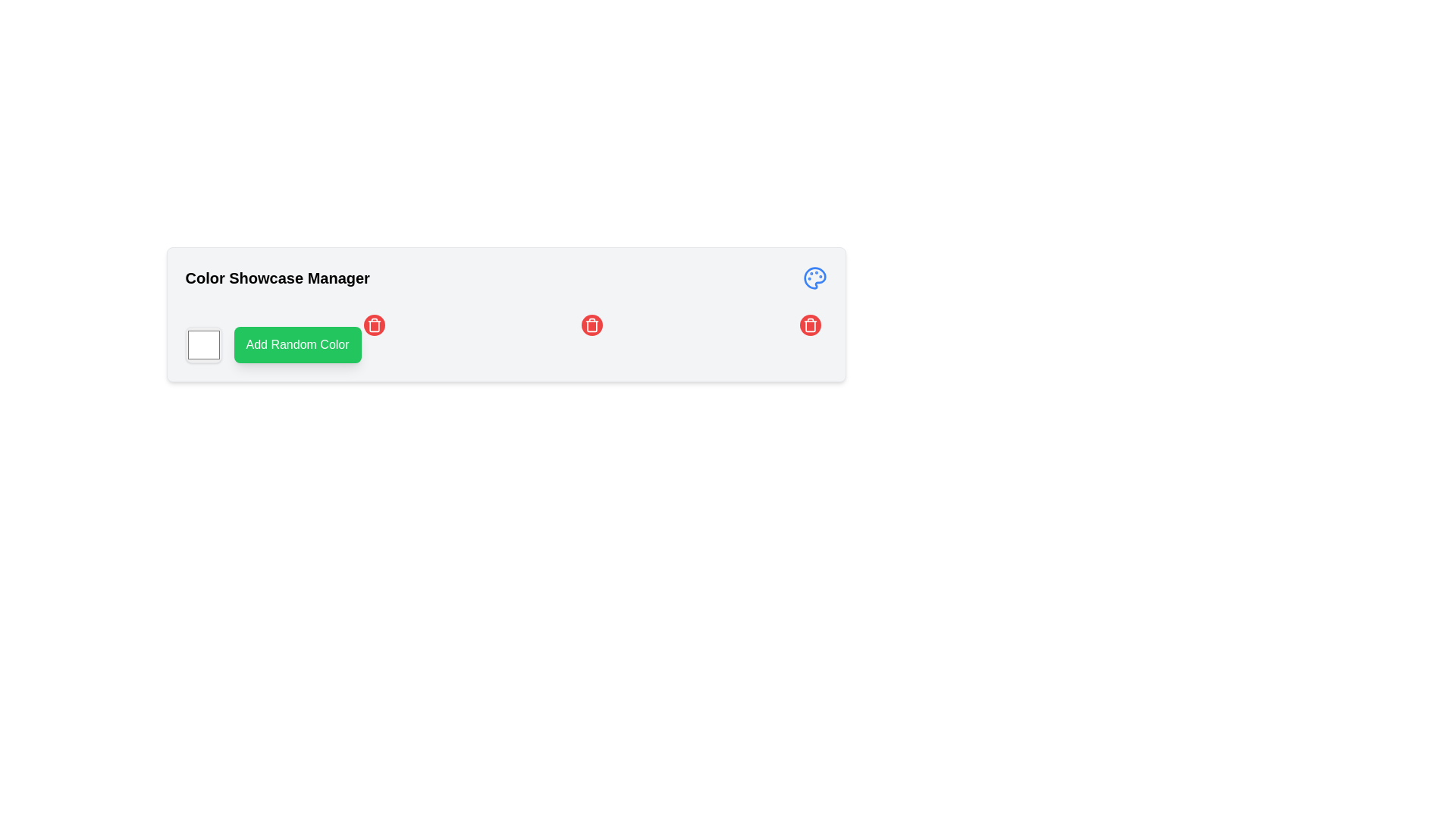 The image size is (1456, 819). What do you see at coordinates (809, 324) in the screenshot?
I see `the trash can icon with a red background located in the top-right corner of its circular button` at bounding box center [809, 324].